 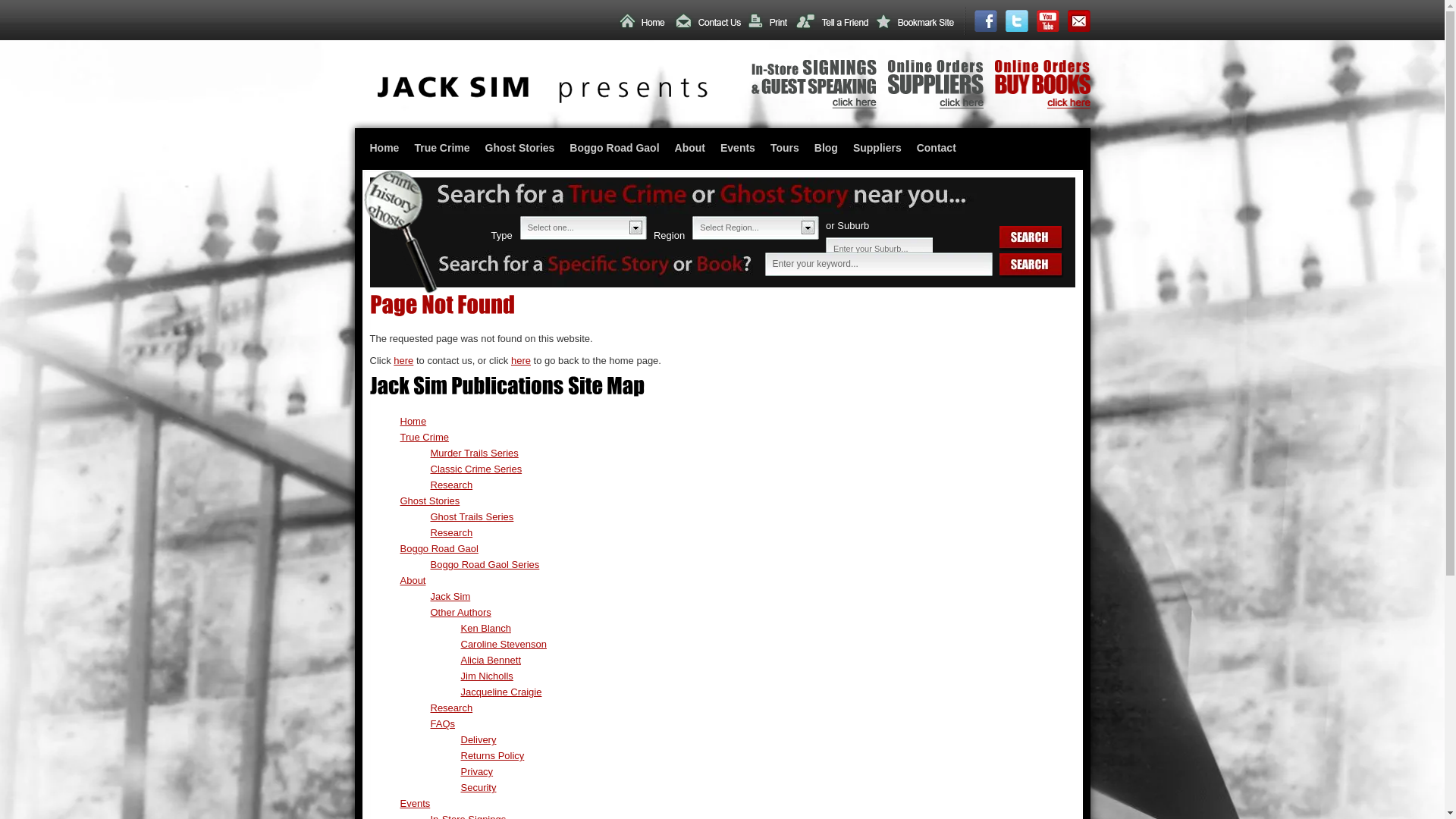 I want to click on 'FAQs', so click(x=442, y=723).